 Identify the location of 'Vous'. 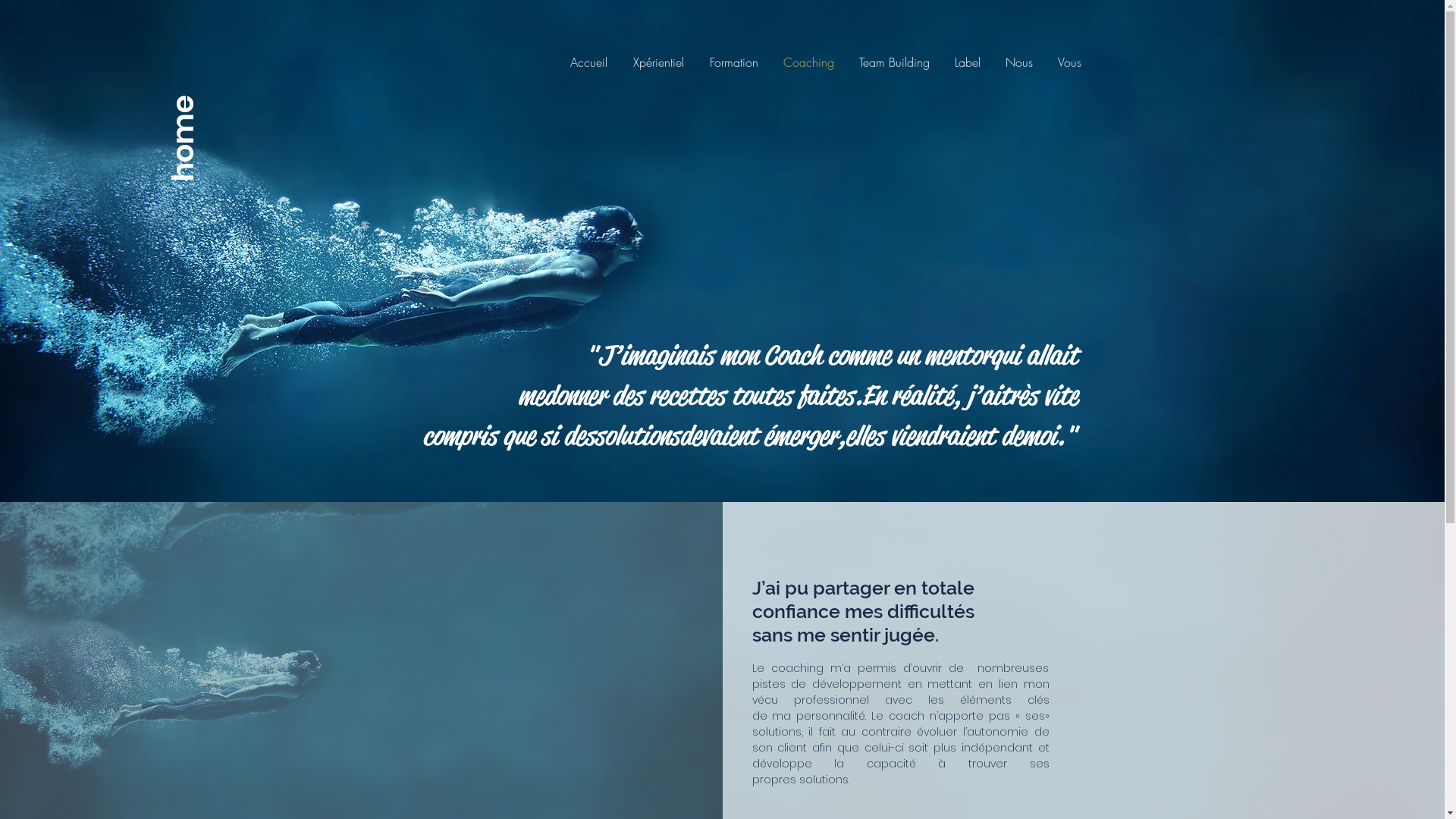
(1043, 61).